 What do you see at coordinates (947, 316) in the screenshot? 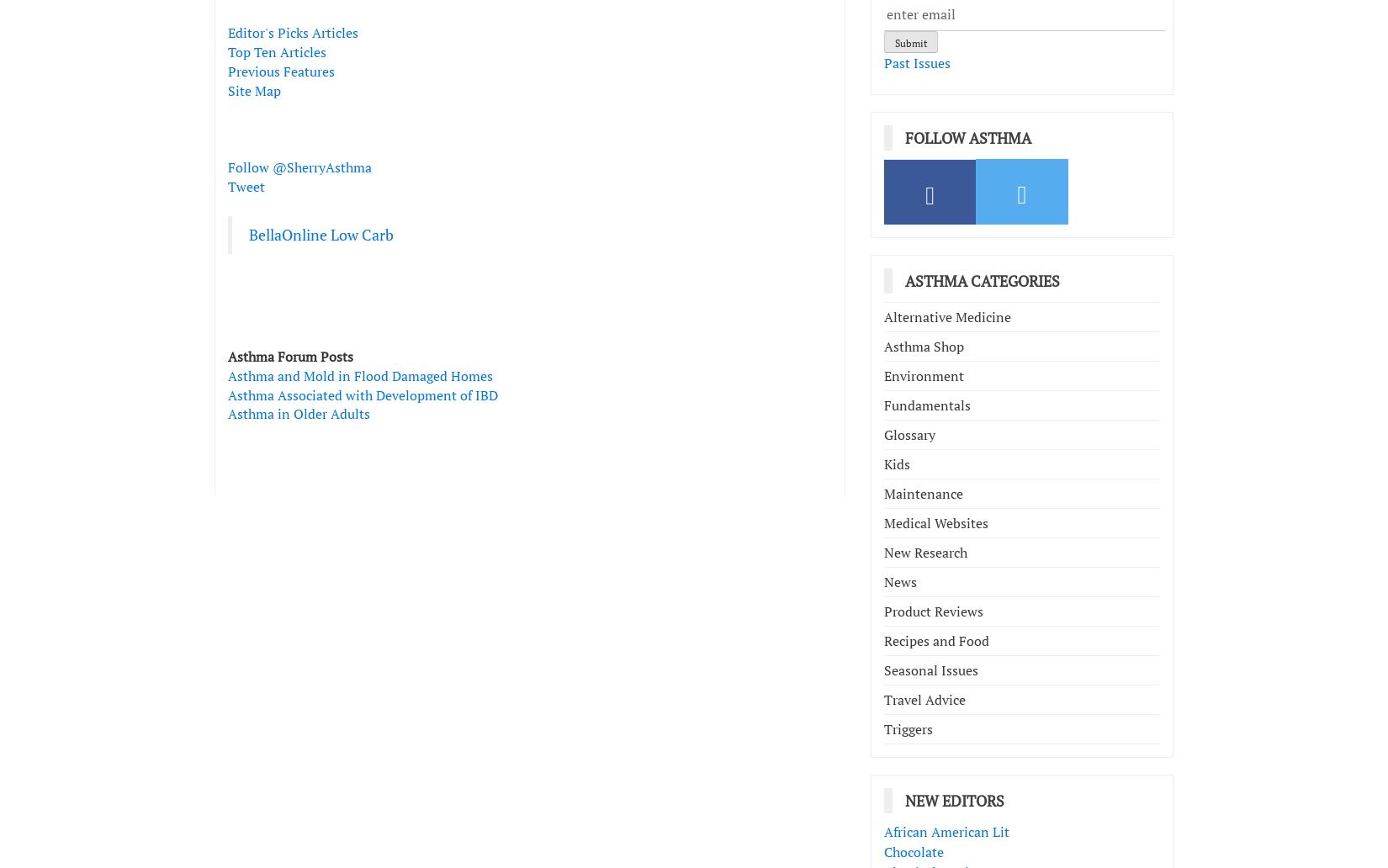
I see `'Alternative Medicine'` at bounding box center [947, 316].